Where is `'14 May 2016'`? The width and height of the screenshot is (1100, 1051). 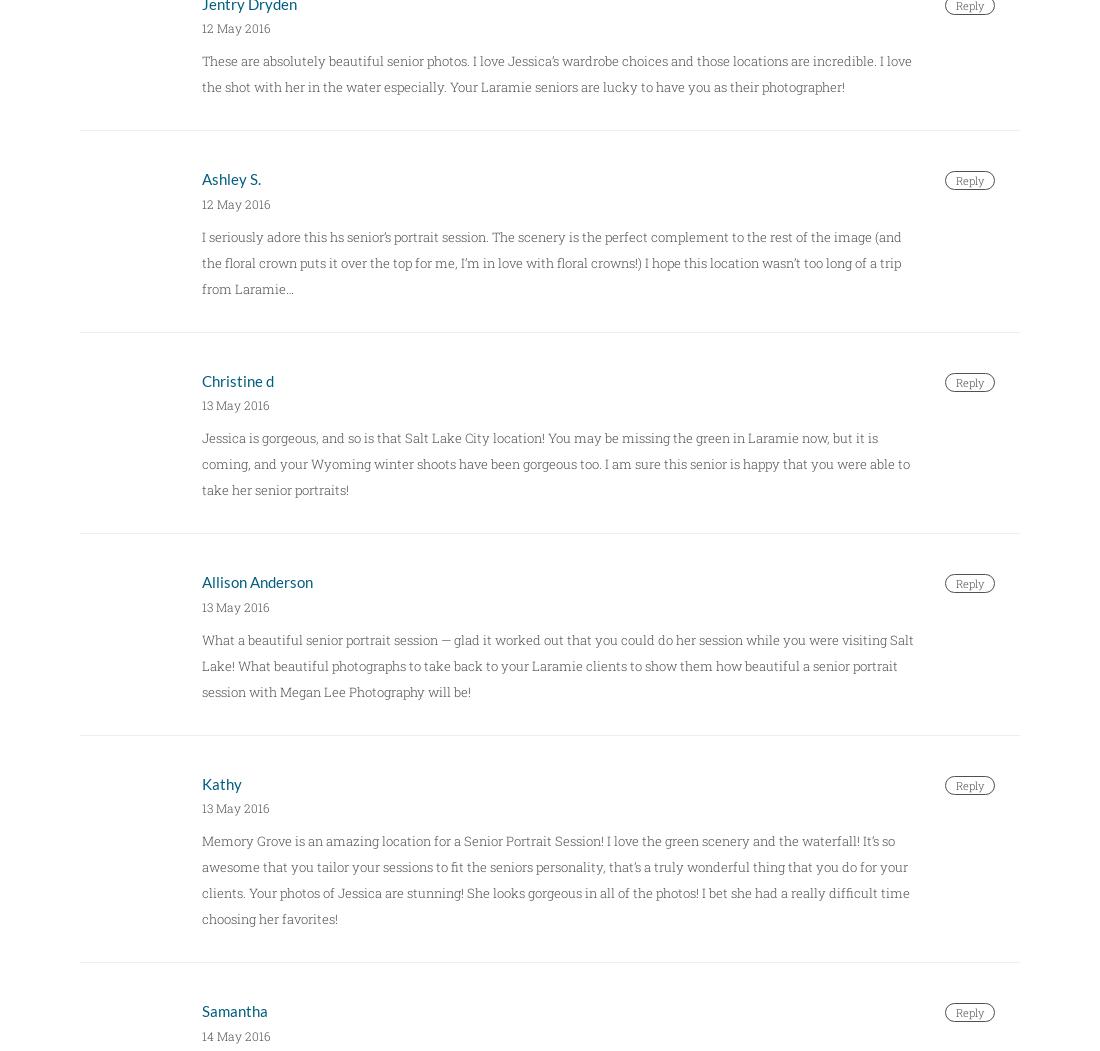 '14 May 2016' is located at coordinates (200, 1034).